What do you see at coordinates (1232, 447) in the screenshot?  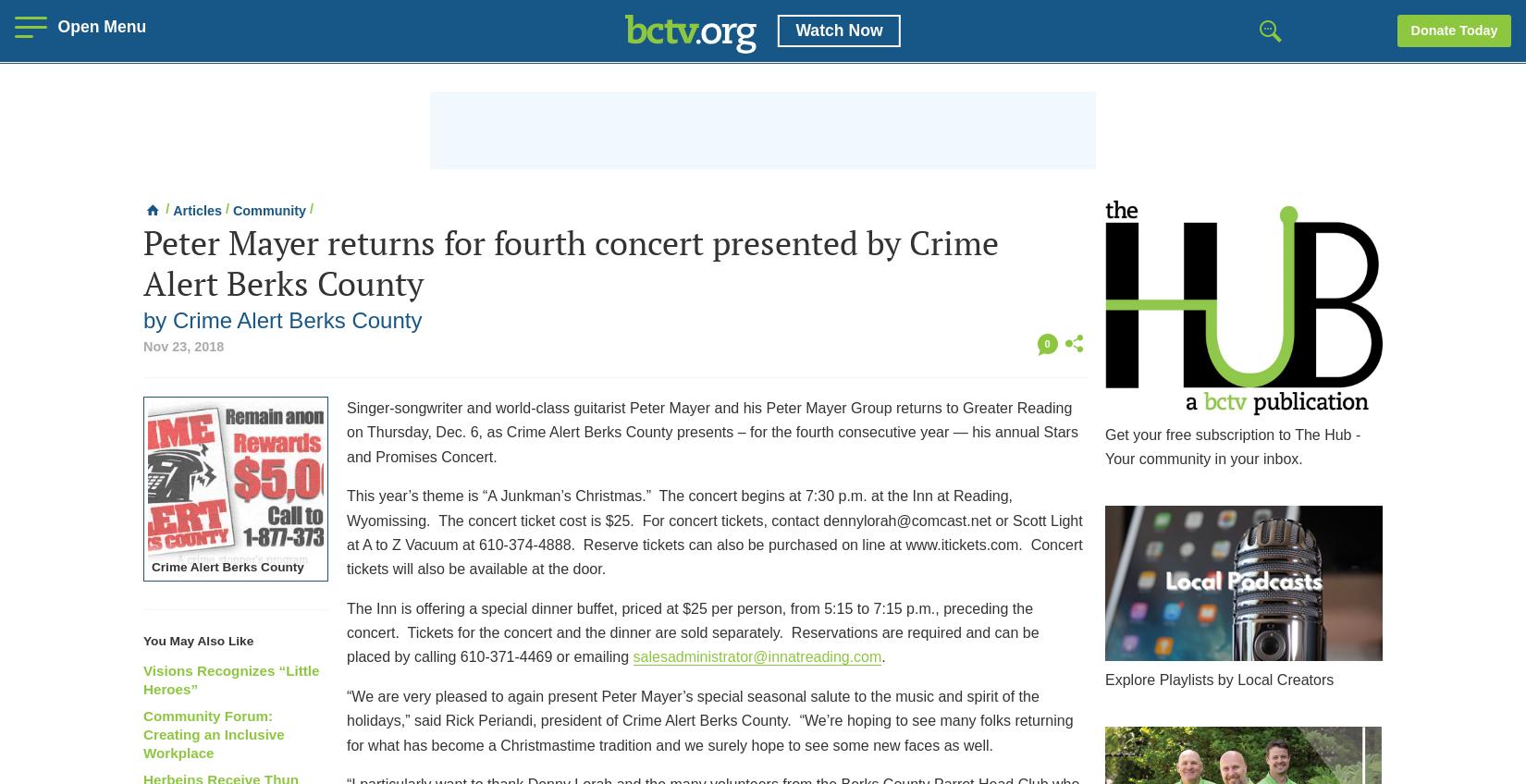 I see `'Get your free subscription to The Hub - Your community in your inbox.'` at bounding box center [1232, 447].